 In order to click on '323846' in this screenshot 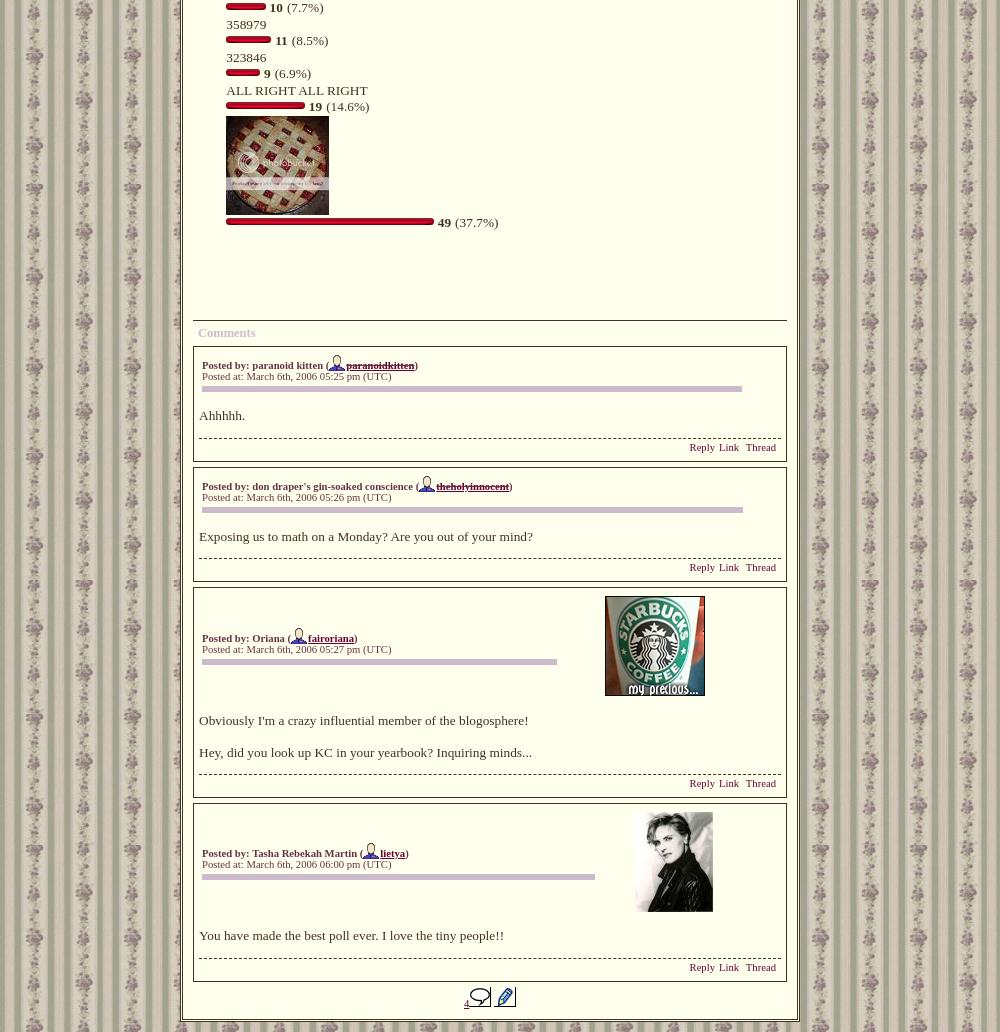, I will do `click(245, 56)`.